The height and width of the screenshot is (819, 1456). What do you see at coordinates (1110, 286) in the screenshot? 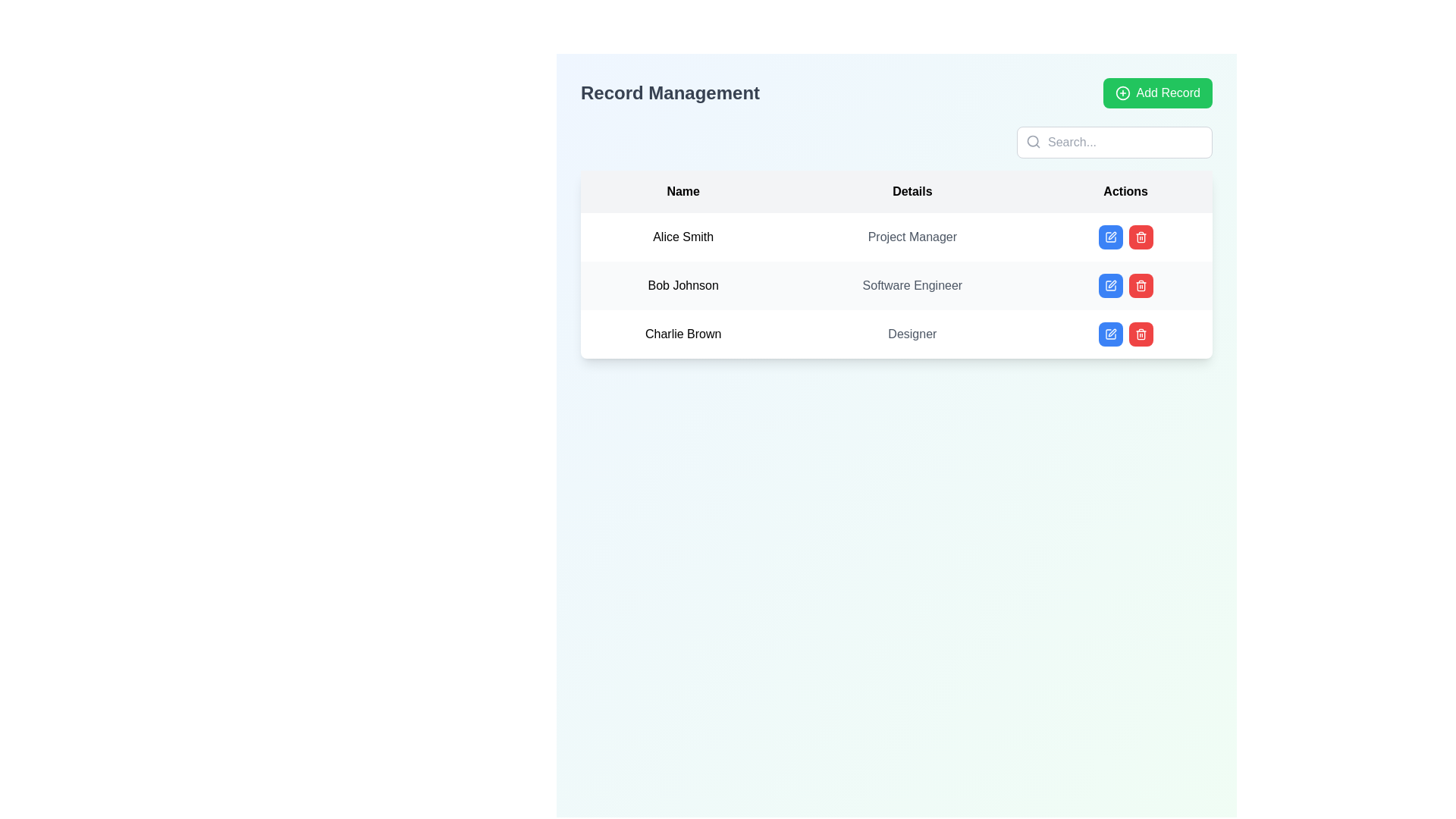
I see `the edit button in the 'Actions' column for the 'Software Engineer' entry, which is the first button in that column` at bounding box center [1110, 286].